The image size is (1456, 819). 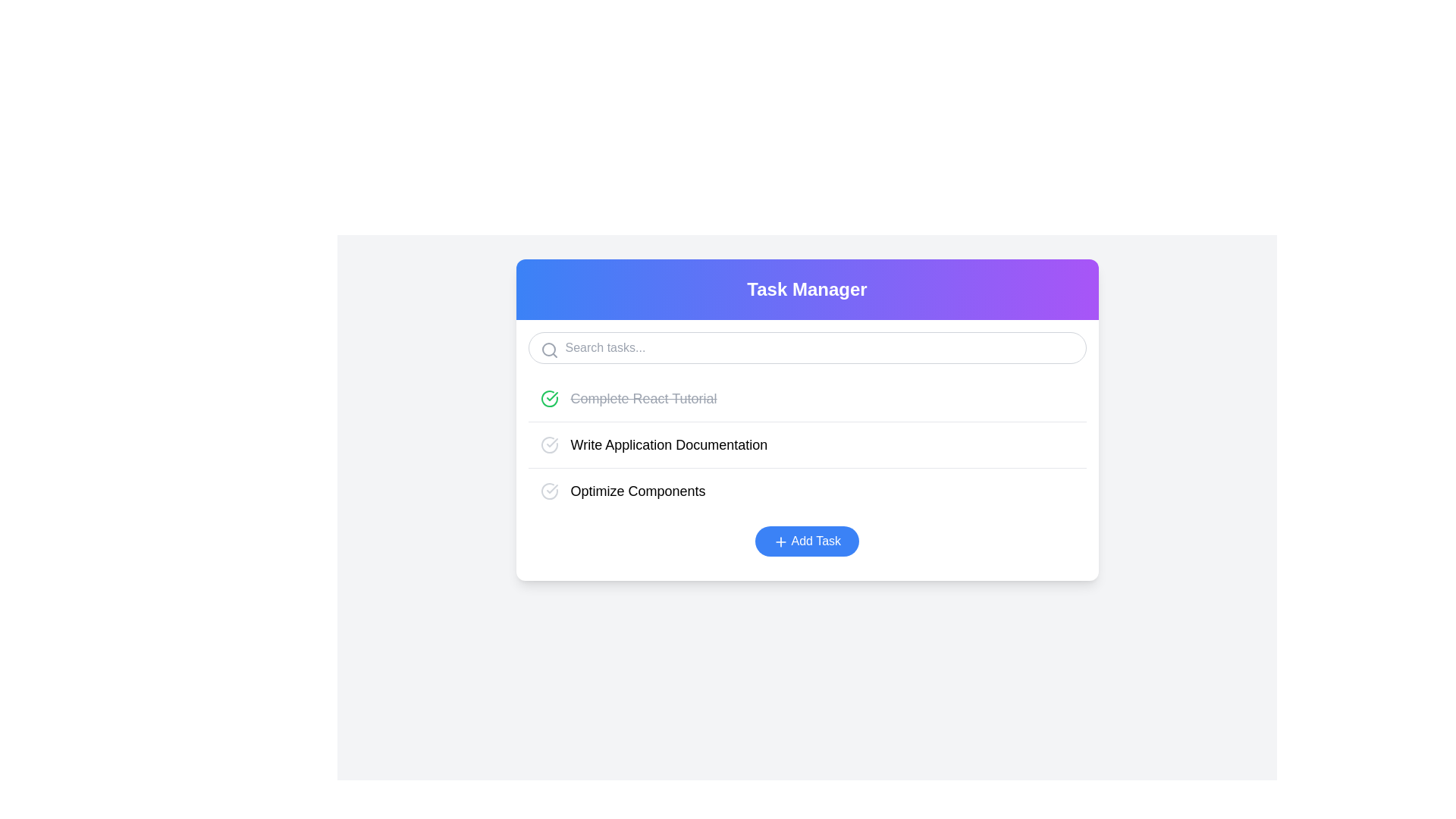 What do you see at coordinates (629, 397) in the screenshot?
I see `the strikethrough text label 'Complete React Tutorial' with the associated green check icon` at bounding box center [629, 397].